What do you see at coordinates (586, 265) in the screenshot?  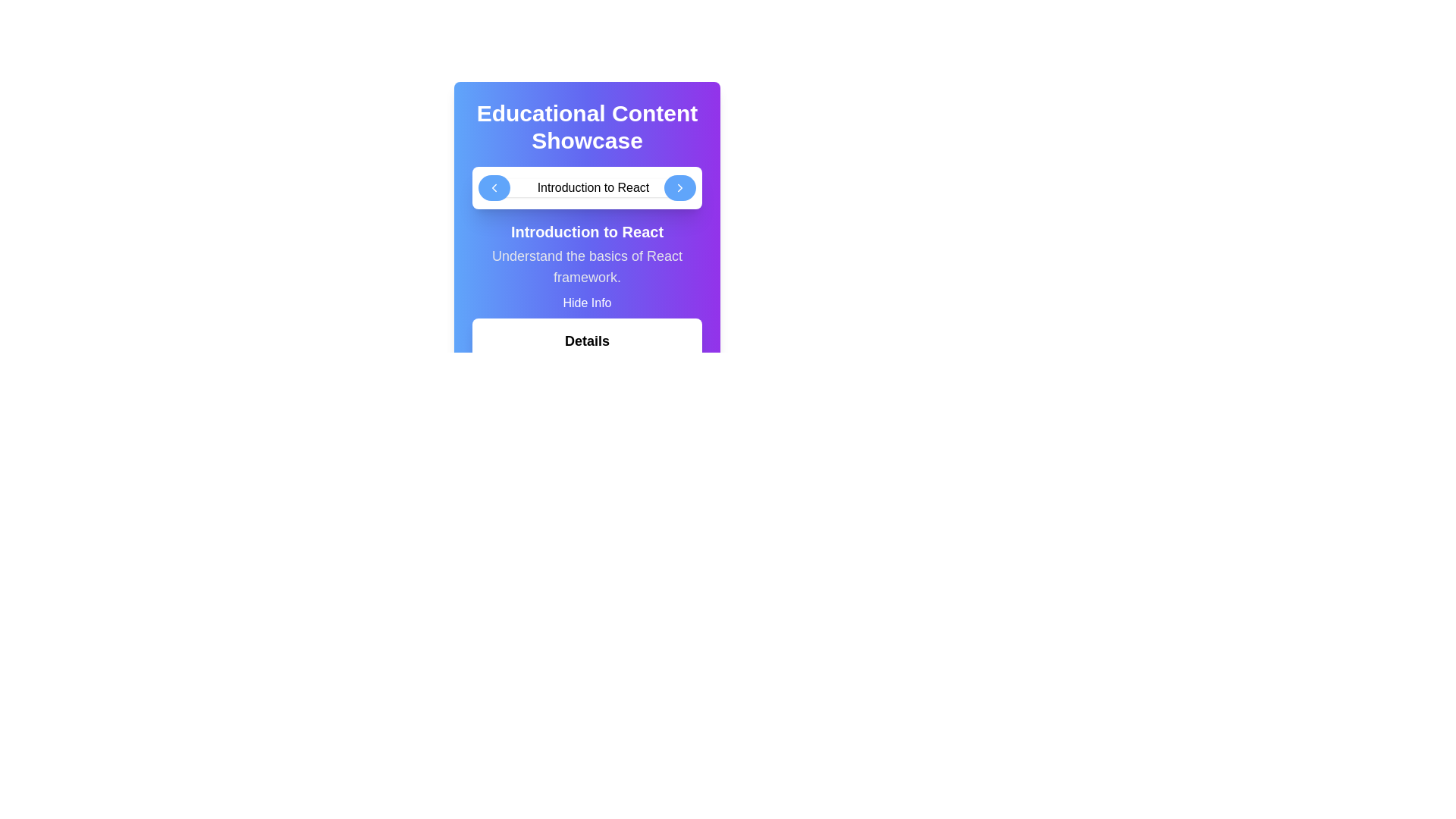 I see `the text block containing 'Understand the basics of React framework.', which is styled with a large font size and grayish color, positioned beneath the 'Introduction to React' header` at bounding box center [586, 265].